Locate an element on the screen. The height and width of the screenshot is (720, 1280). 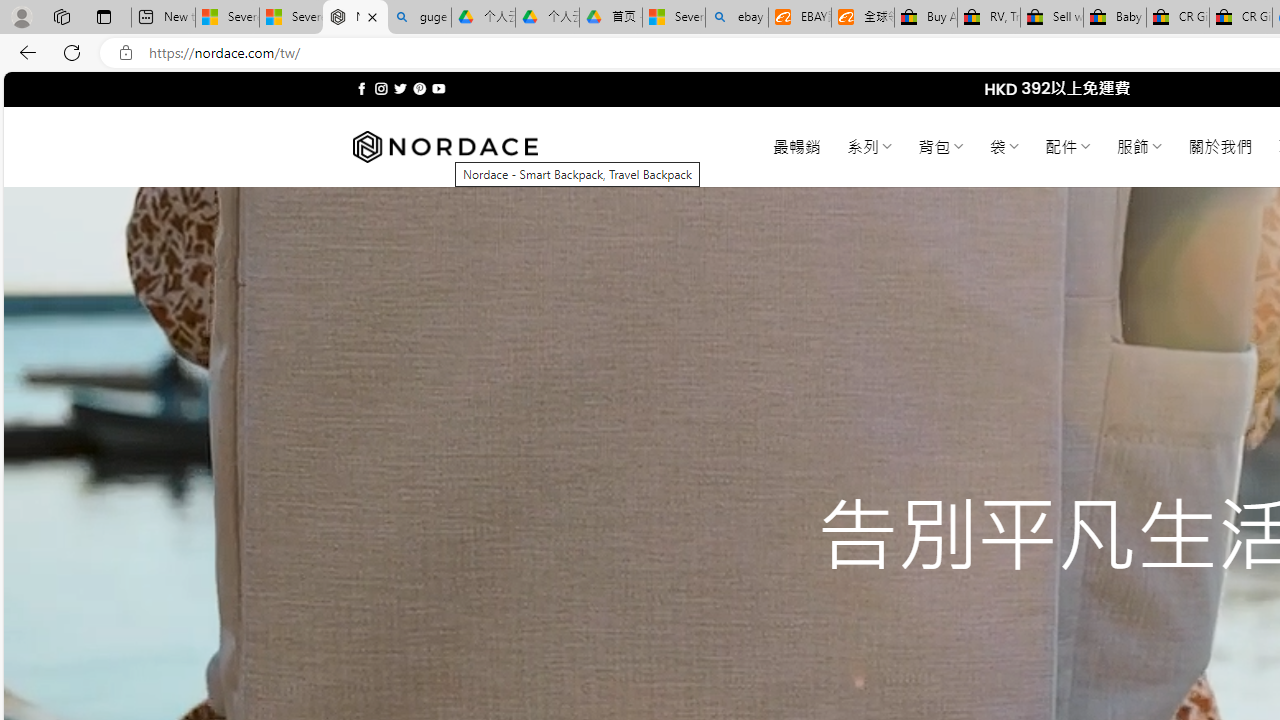
'Follow on Pinterest' is located at coordinates (418, 88).